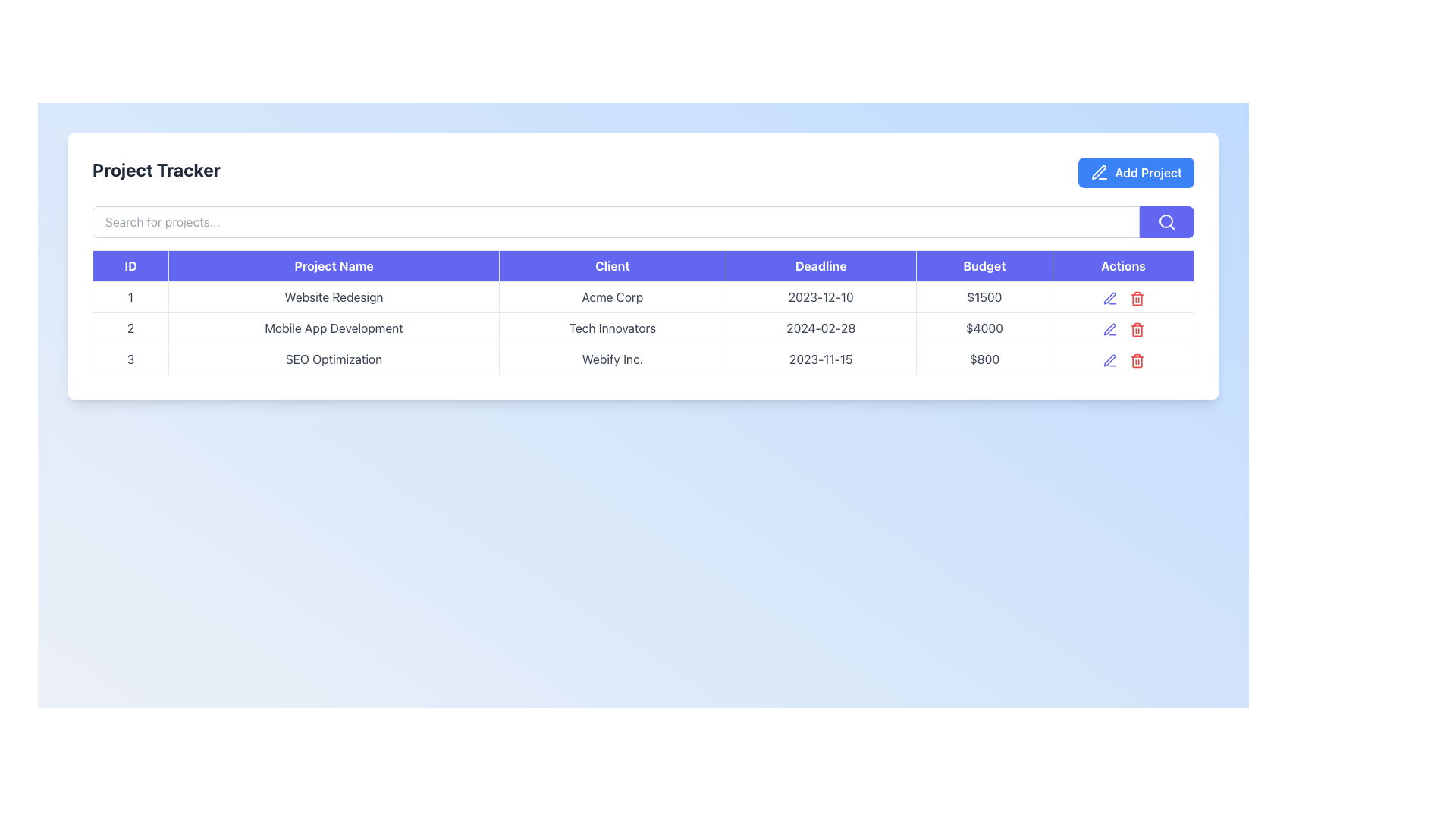 This screenshot has width=1456, height=819. I want to click on the 'SEO Optimization' text display, which is located in the third row of the table under the 'Project Name' column, so click(333, 359).